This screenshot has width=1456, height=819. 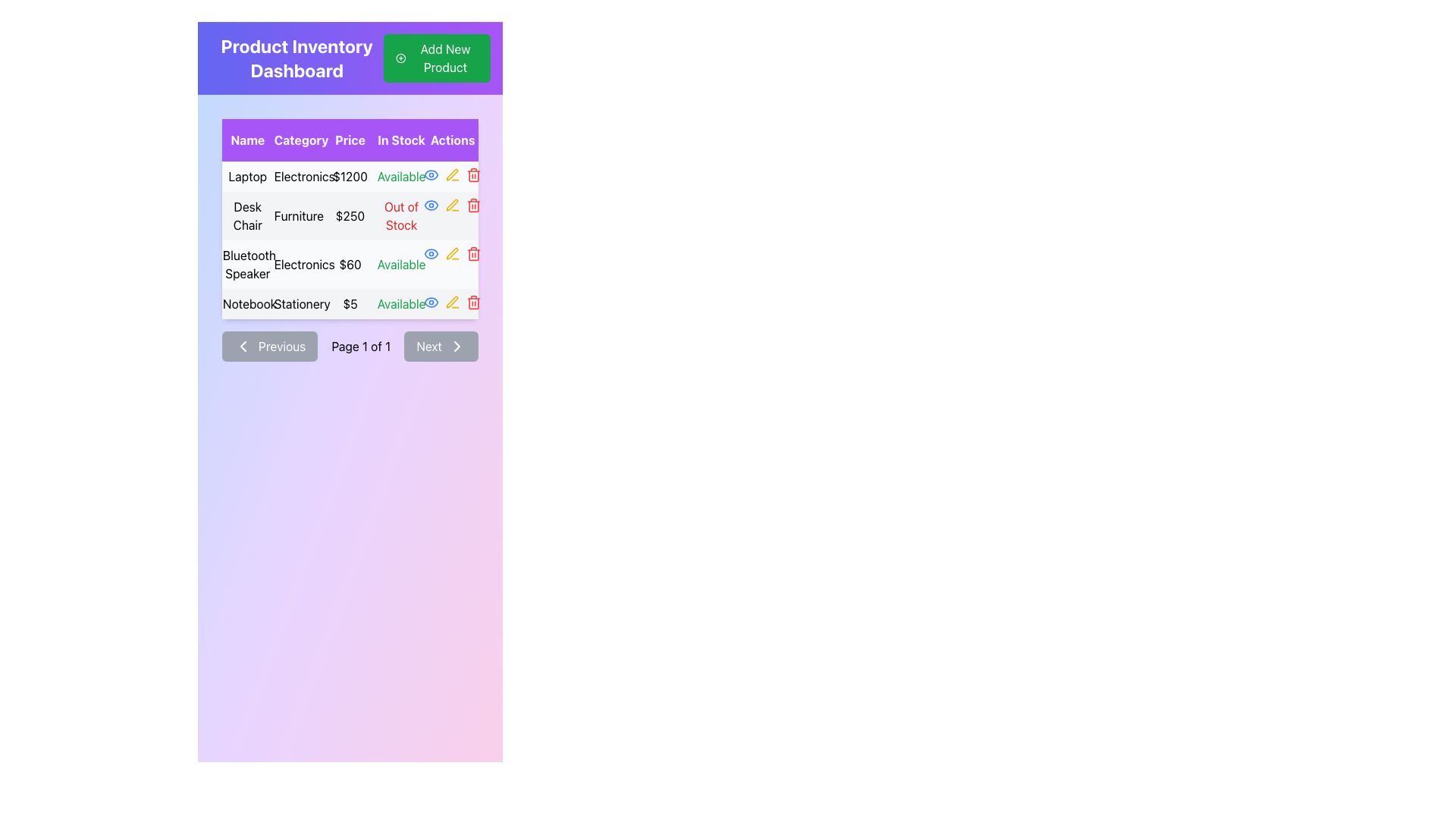 I want to click on the 'Add New Product' button located at the top right of the 'Product Inventory Dashboard' header, so click(x=436, y=58).